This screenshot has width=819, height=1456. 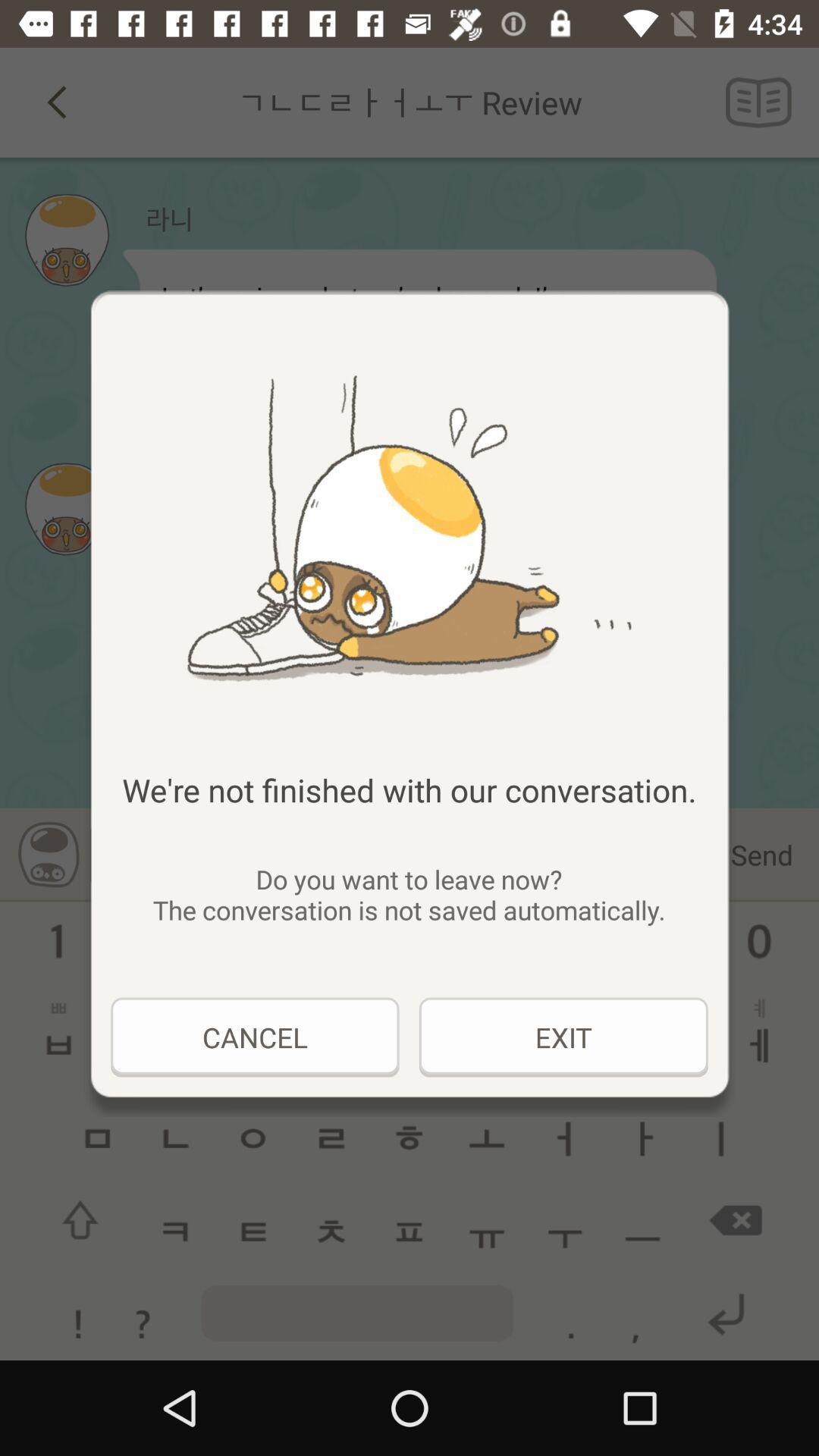 What do you see at coordinates (563, 1037) in the screenshot?
I see `exit button` at bounding box center [563, 1037].